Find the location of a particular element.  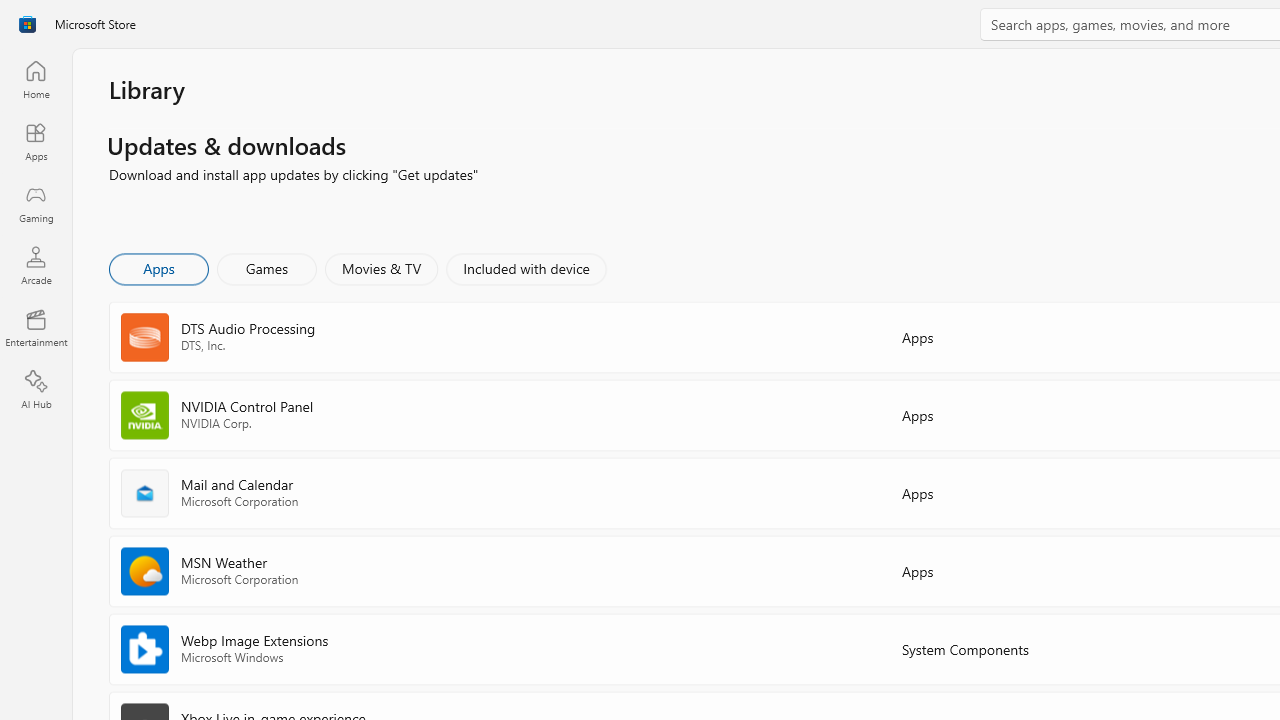

'Games' is located at coordinates (266, 267).